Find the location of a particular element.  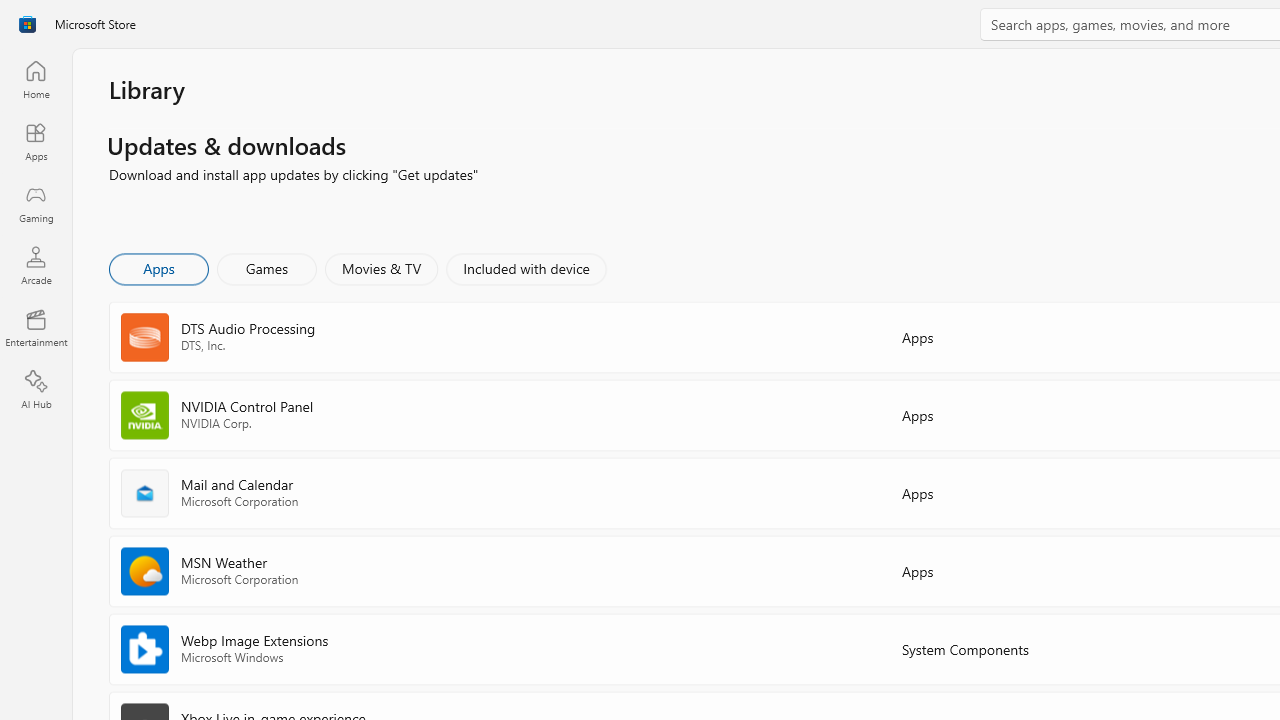

'Games' is located at coordinates (266, 267).